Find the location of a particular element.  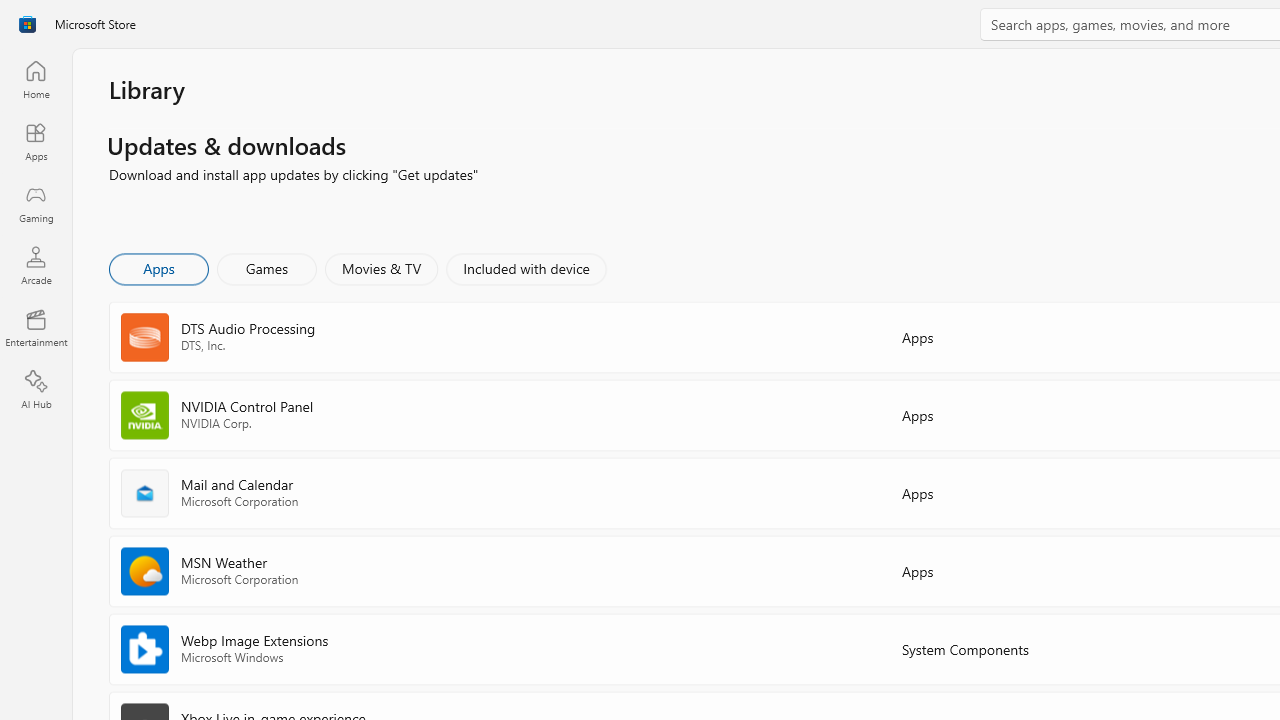

'Games' is located at coordinates (266, 267).